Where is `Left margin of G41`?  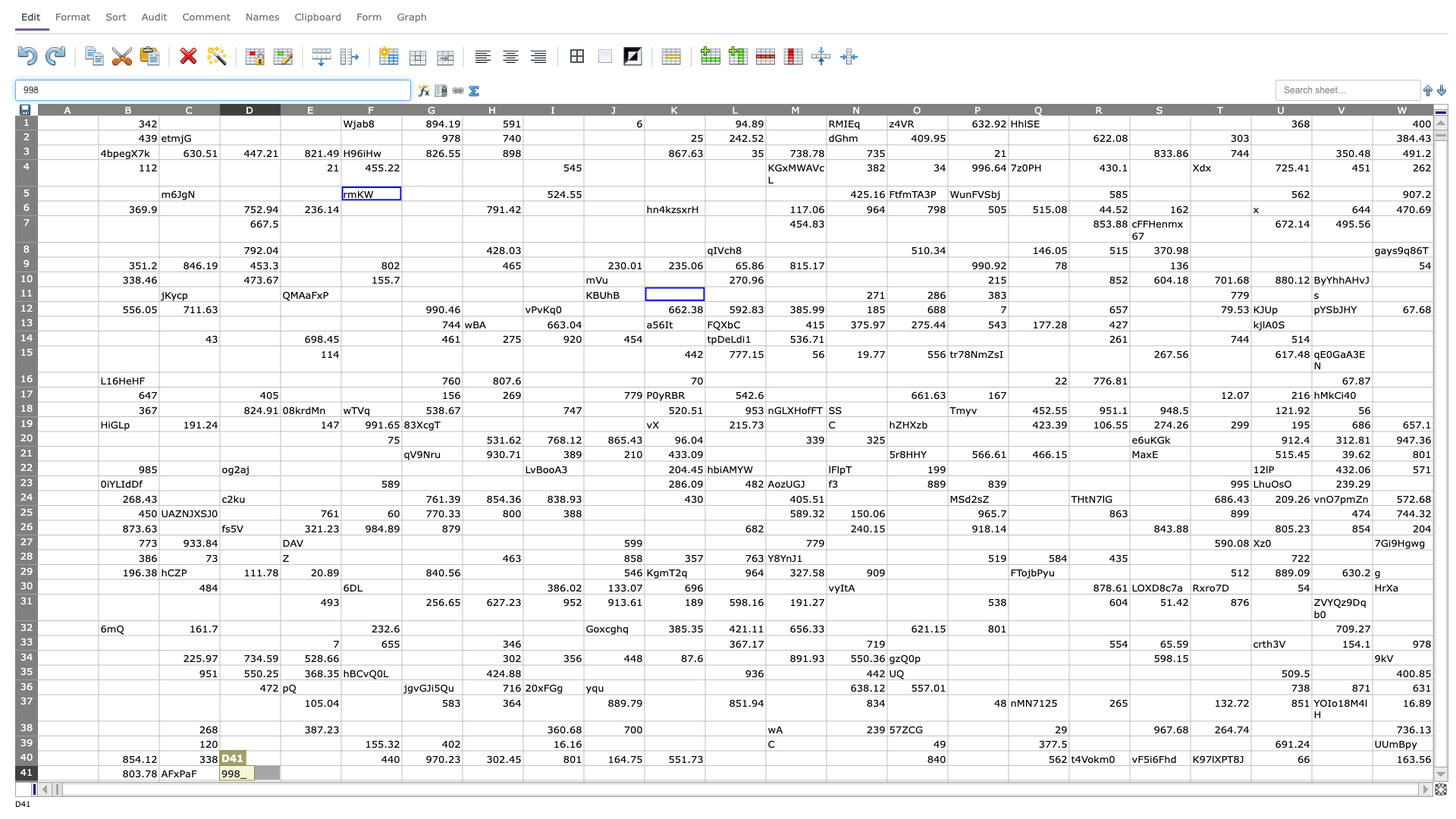
Left margin of G41 is located at coordinates (401, 773).